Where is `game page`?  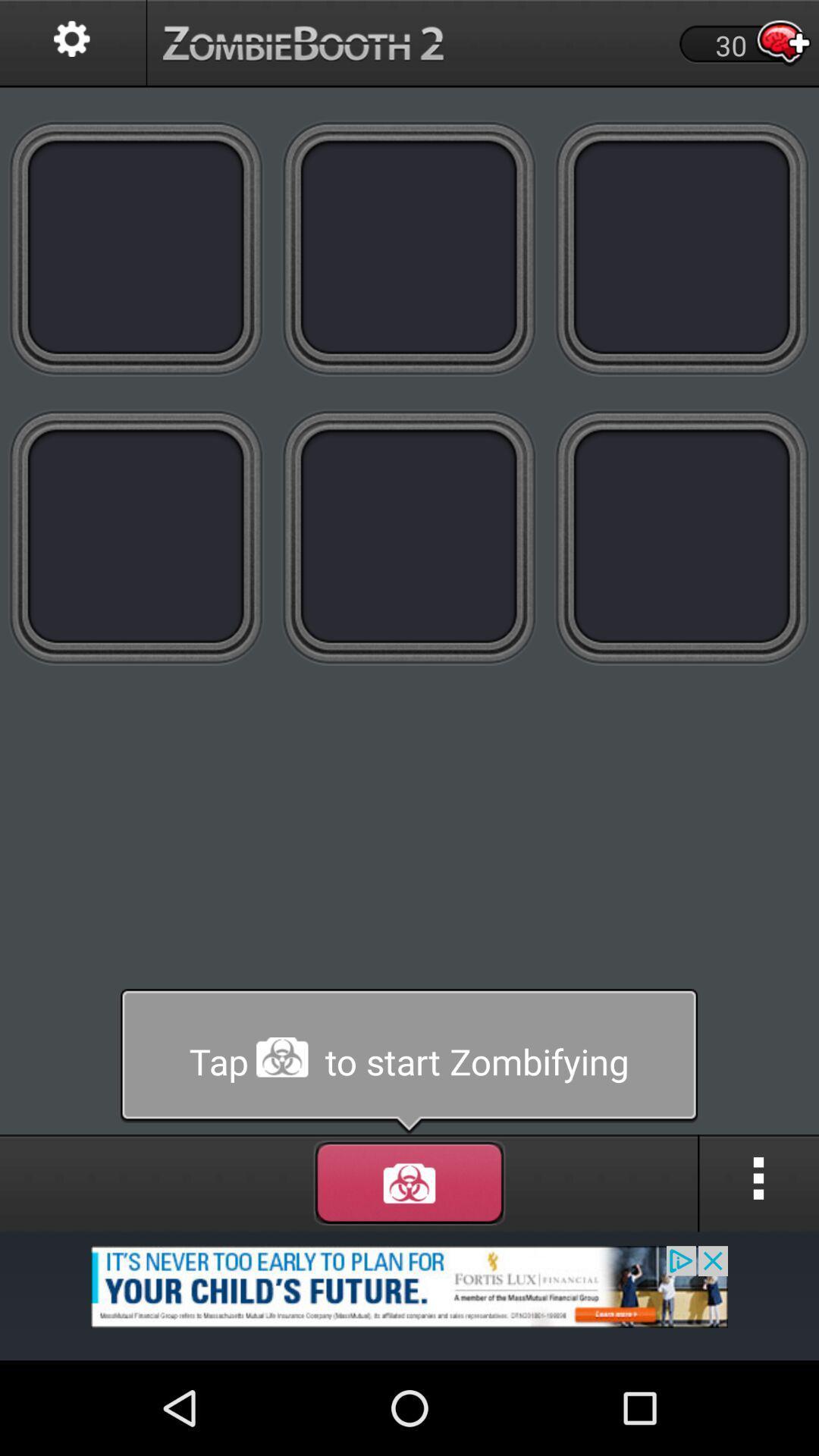
game page is located at coordinates (681, 247).